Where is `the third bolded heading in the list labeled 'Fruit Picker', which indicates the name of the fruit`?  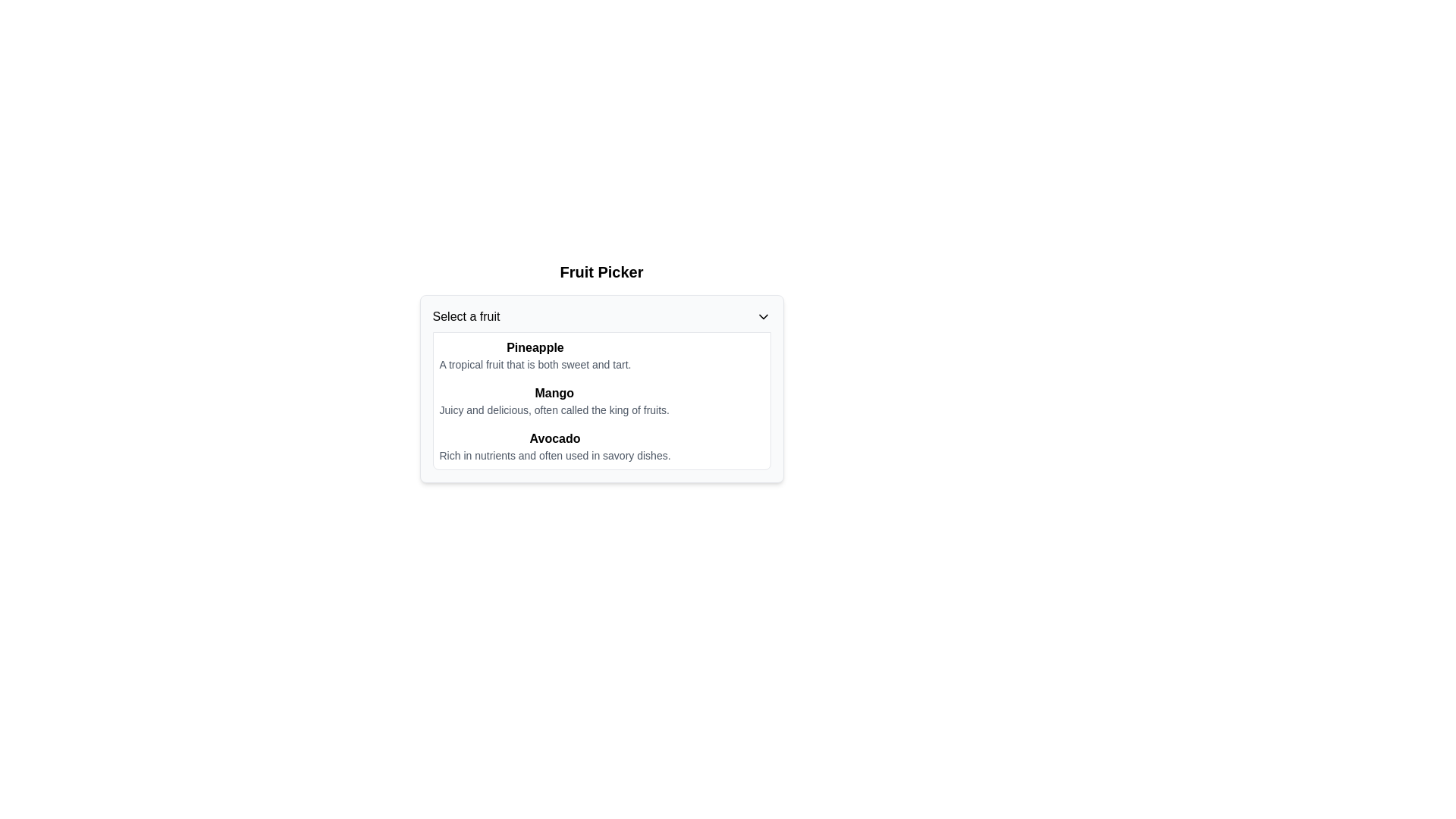
the third bolded heading in the list labeled 'Fruit Picker', which indicates the name of the fruit is located at coordinates (554, 438).